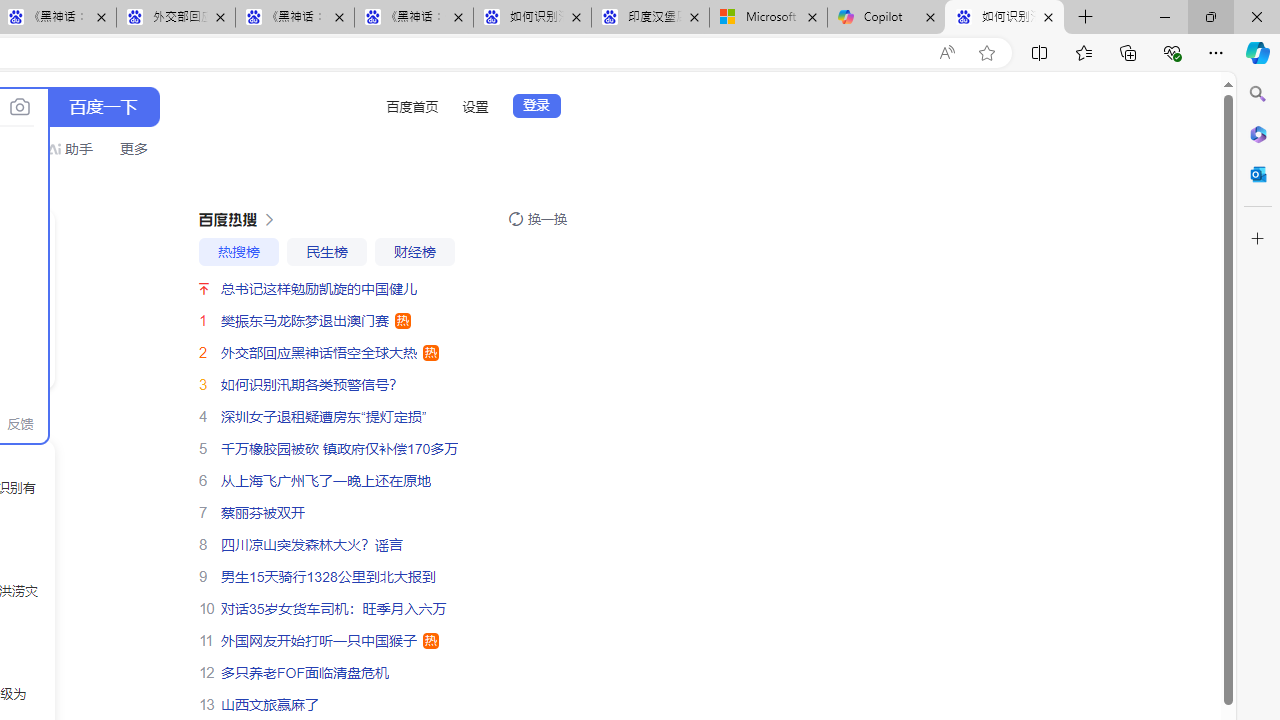 This screenshot has height=720, width=1280. What do you see at coordinates (885, 17) in the screenshot?
I see `'Copilot'` at bounding box center [885, 17].